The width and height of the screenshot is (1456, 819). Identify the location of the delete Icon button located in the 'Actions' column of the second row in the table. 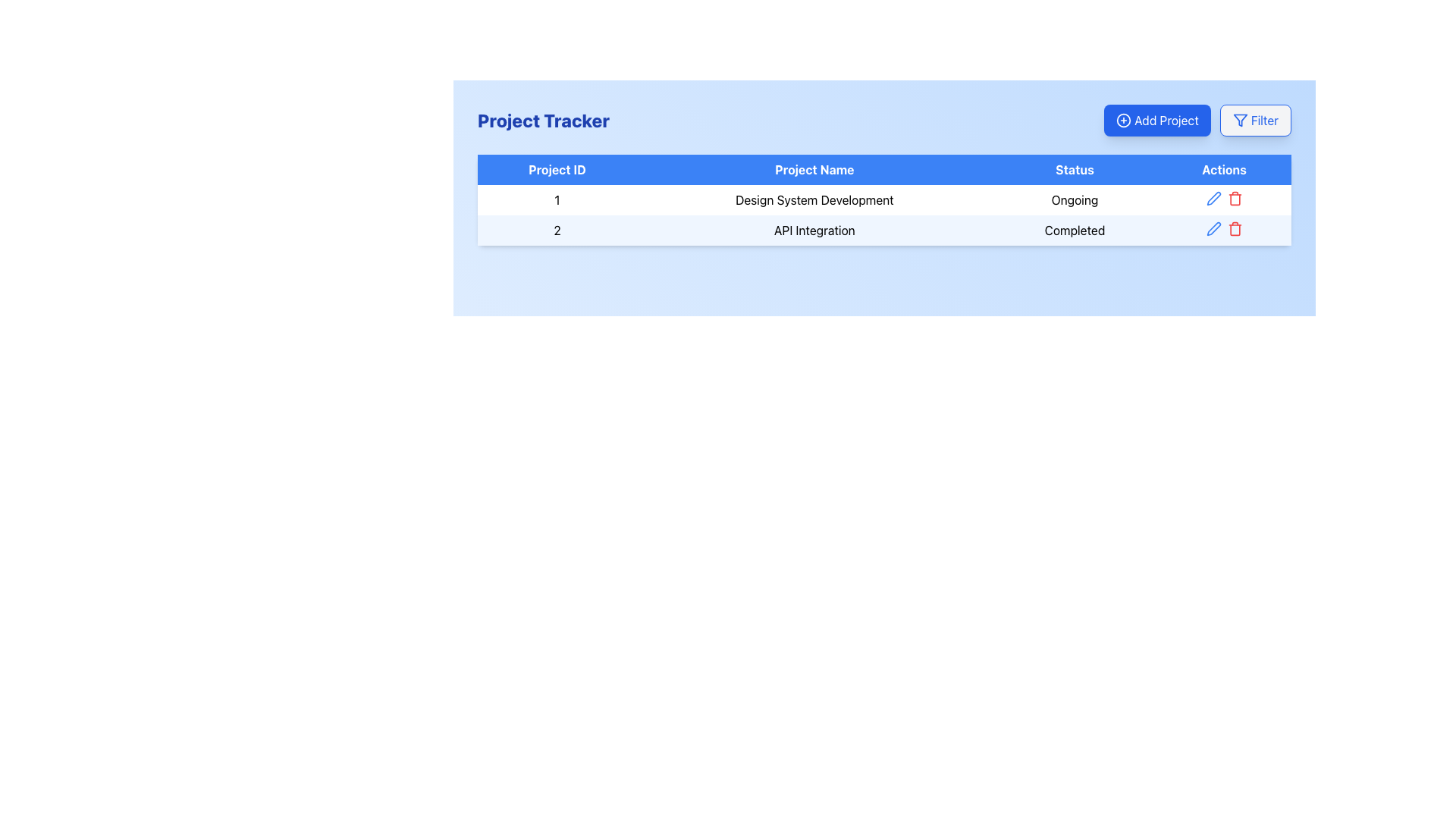
(1235, 228).